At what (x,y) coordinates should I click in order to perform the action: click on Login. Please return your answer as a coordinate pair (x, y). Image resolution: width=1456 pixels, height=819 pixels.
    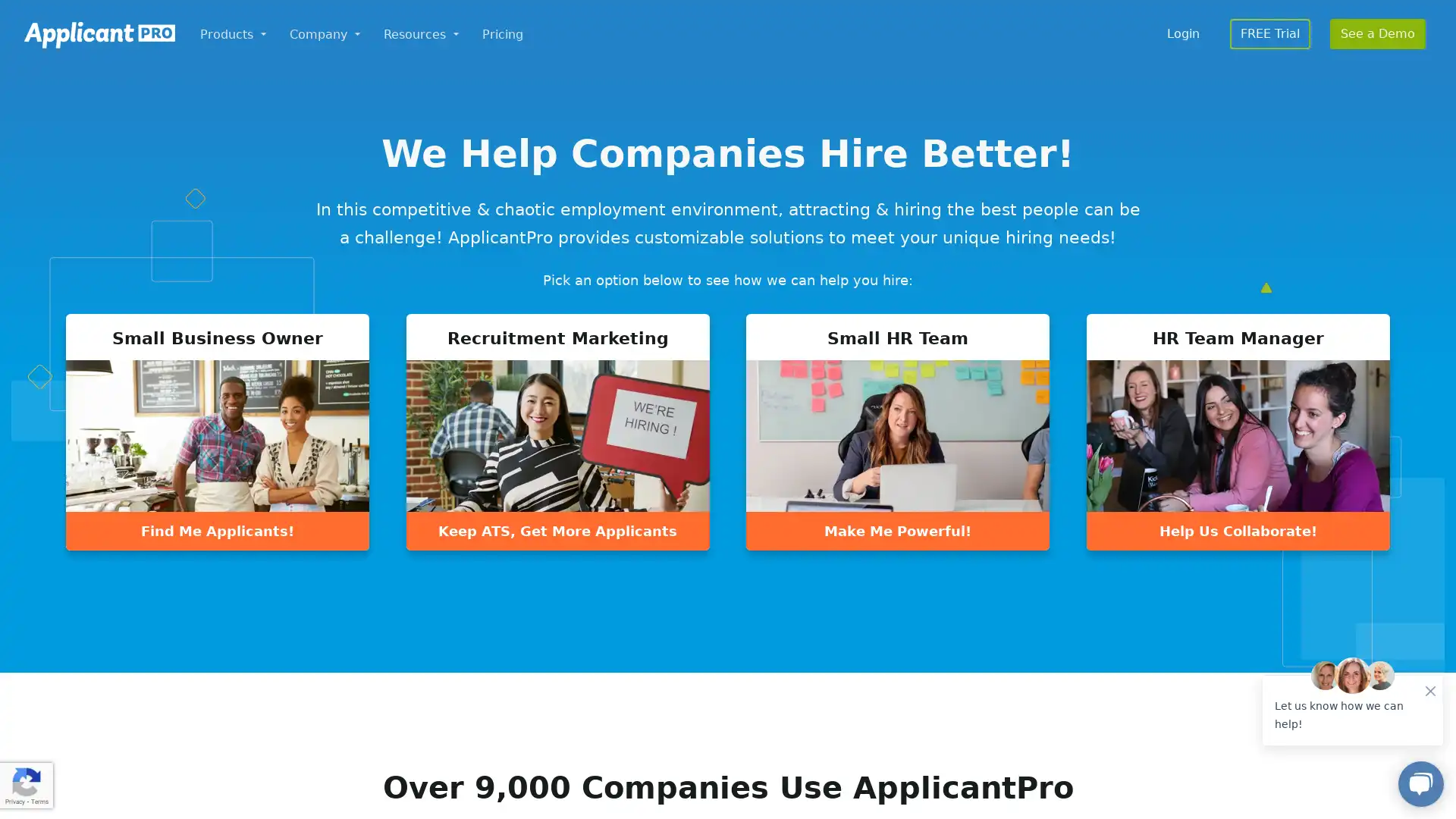
    Looking at the image, I should click on (1182, 34).